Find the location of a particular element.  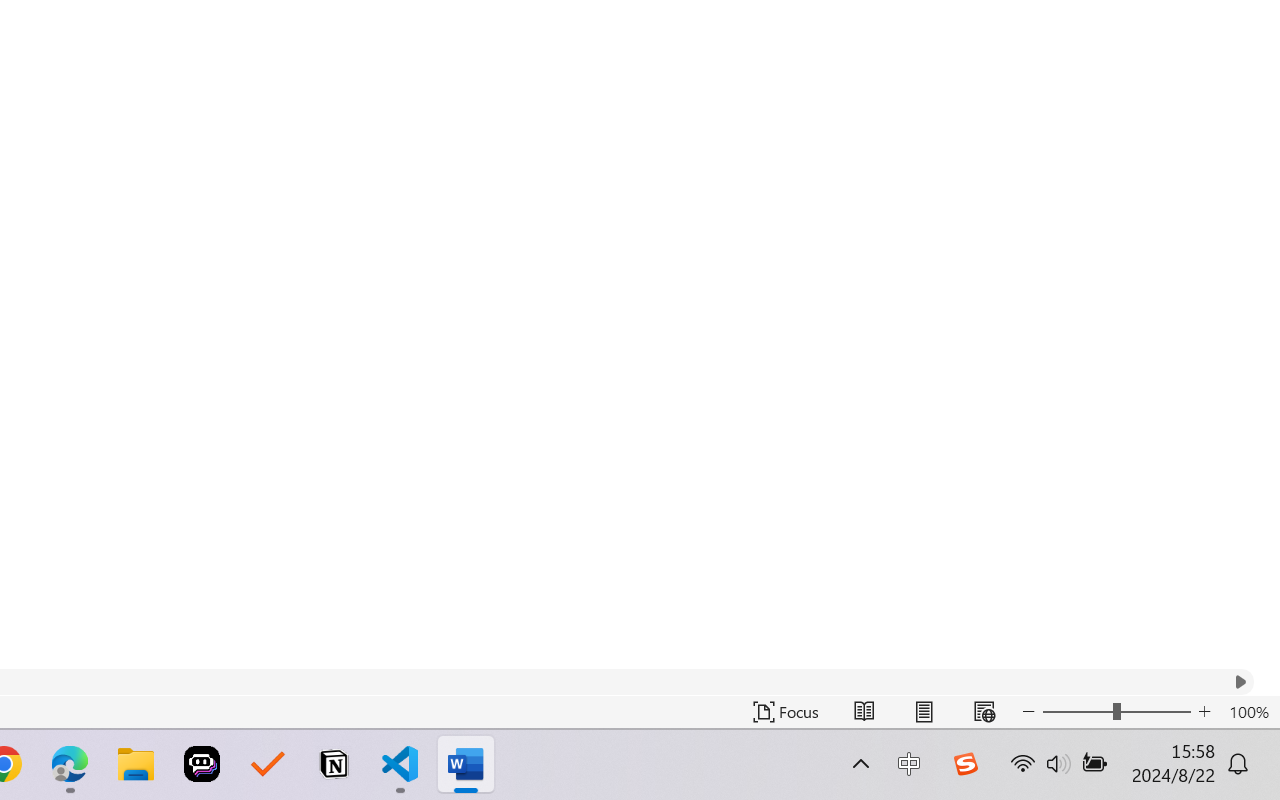

'Zoom 100%' is located at coordinates (1248, 711).